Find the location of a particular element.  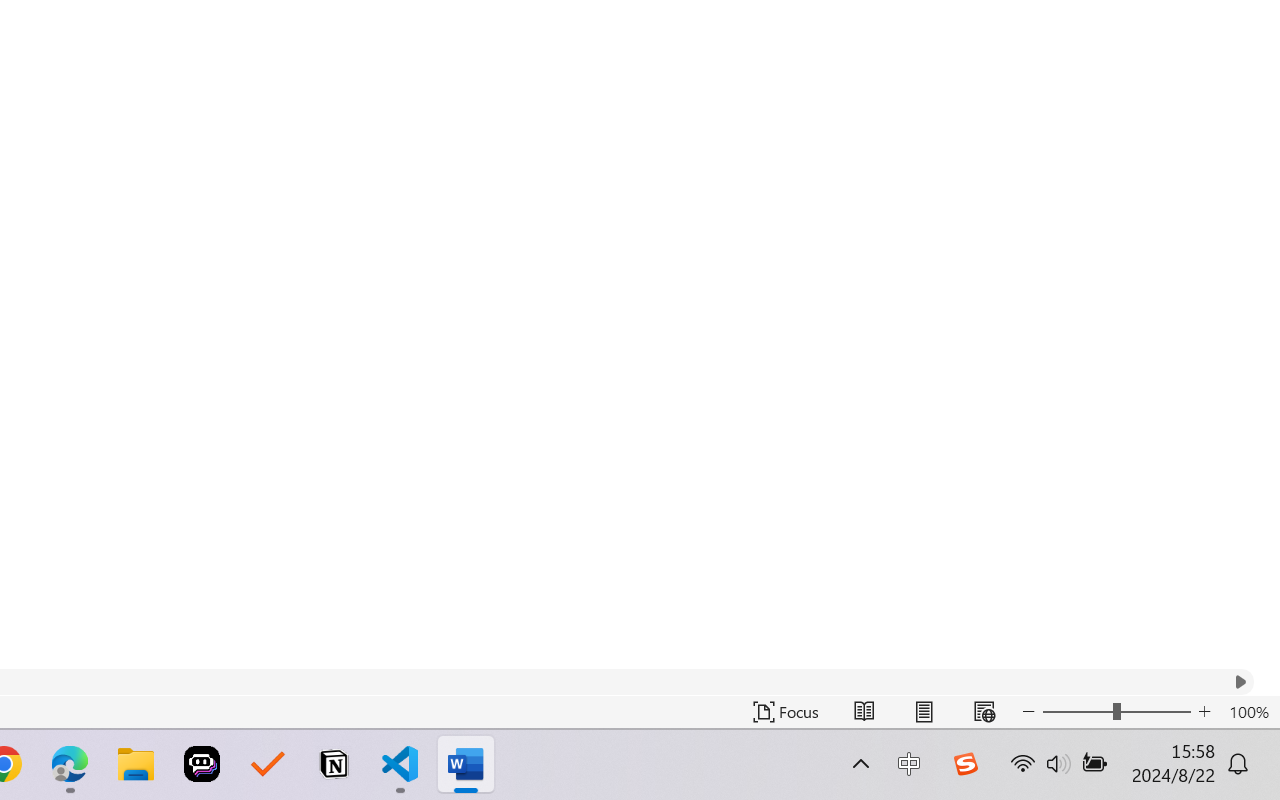

'Zoom 100%' is located at coordinates (1248, 711).